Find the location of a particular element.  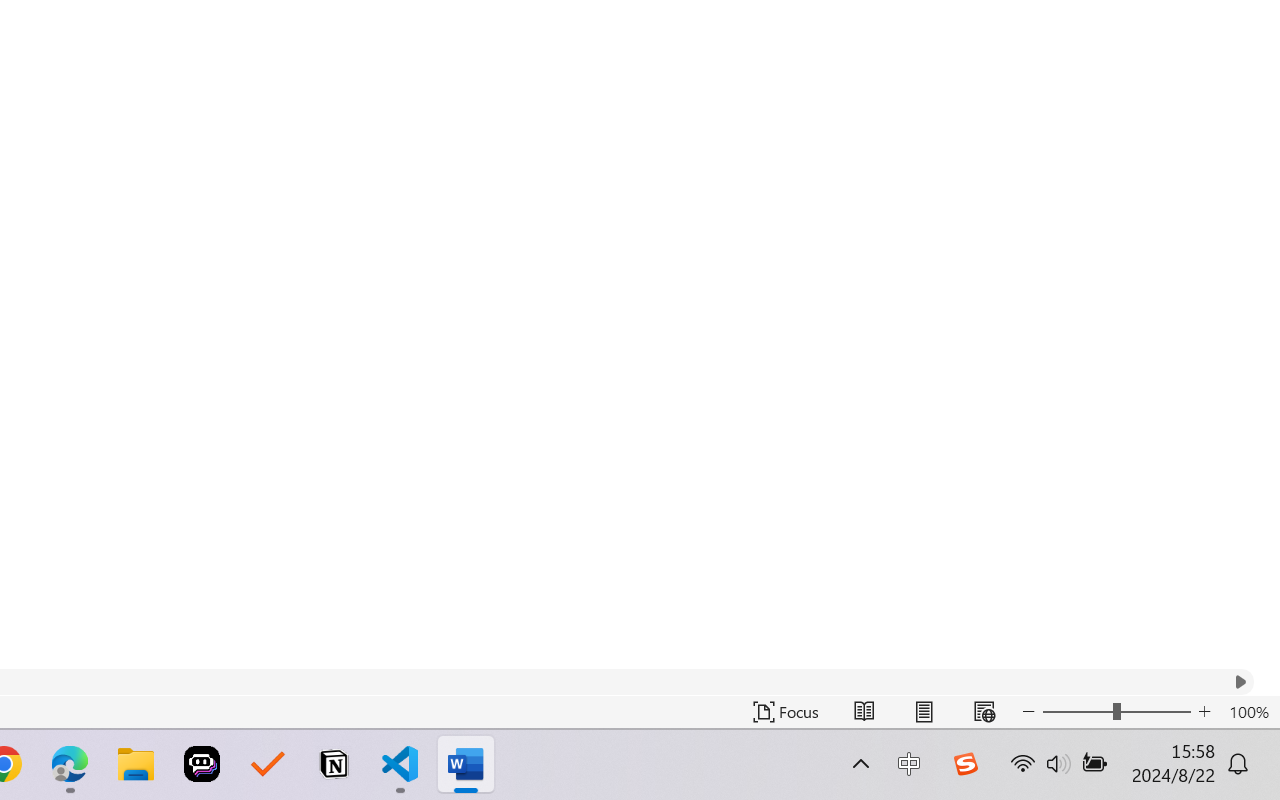

'Zoom 100%' is located at coordinates (1248, 711).